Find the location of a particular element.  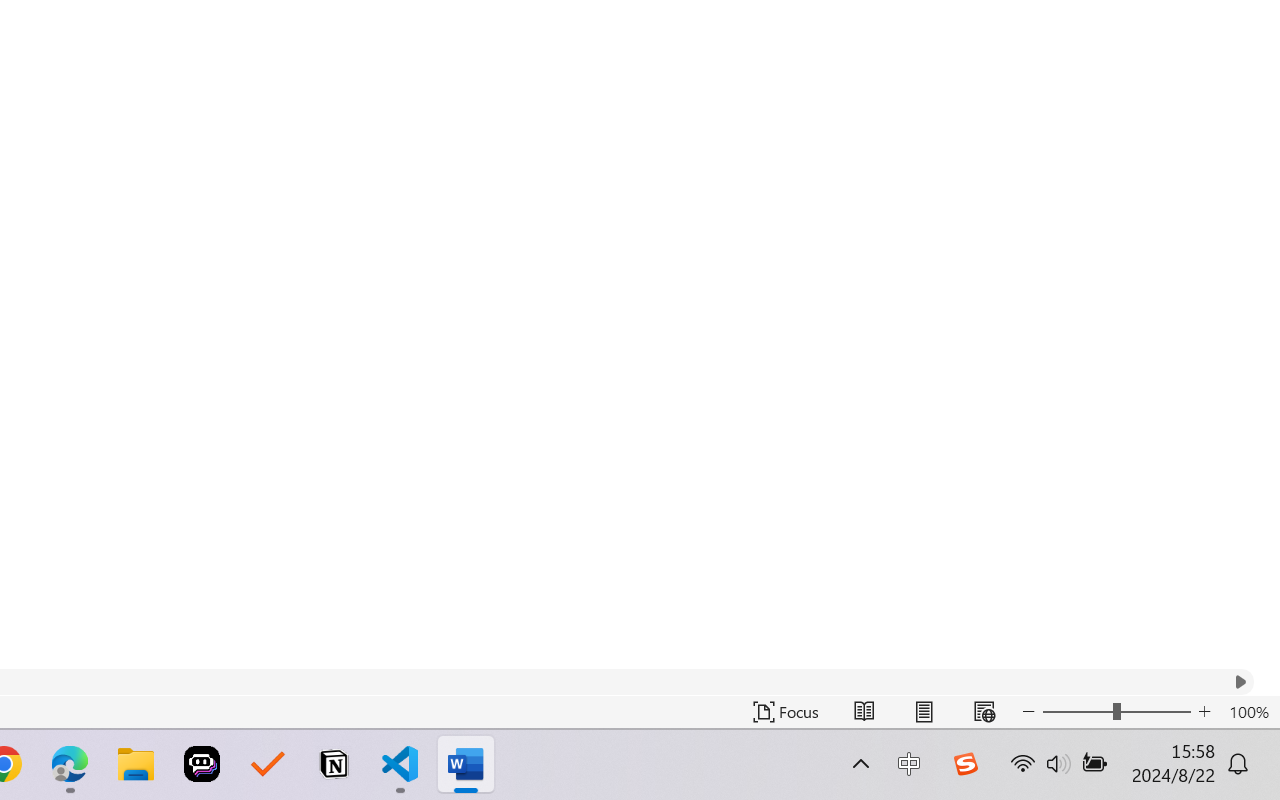

'Zoom 100%' is located at coordinates (1248, 711).